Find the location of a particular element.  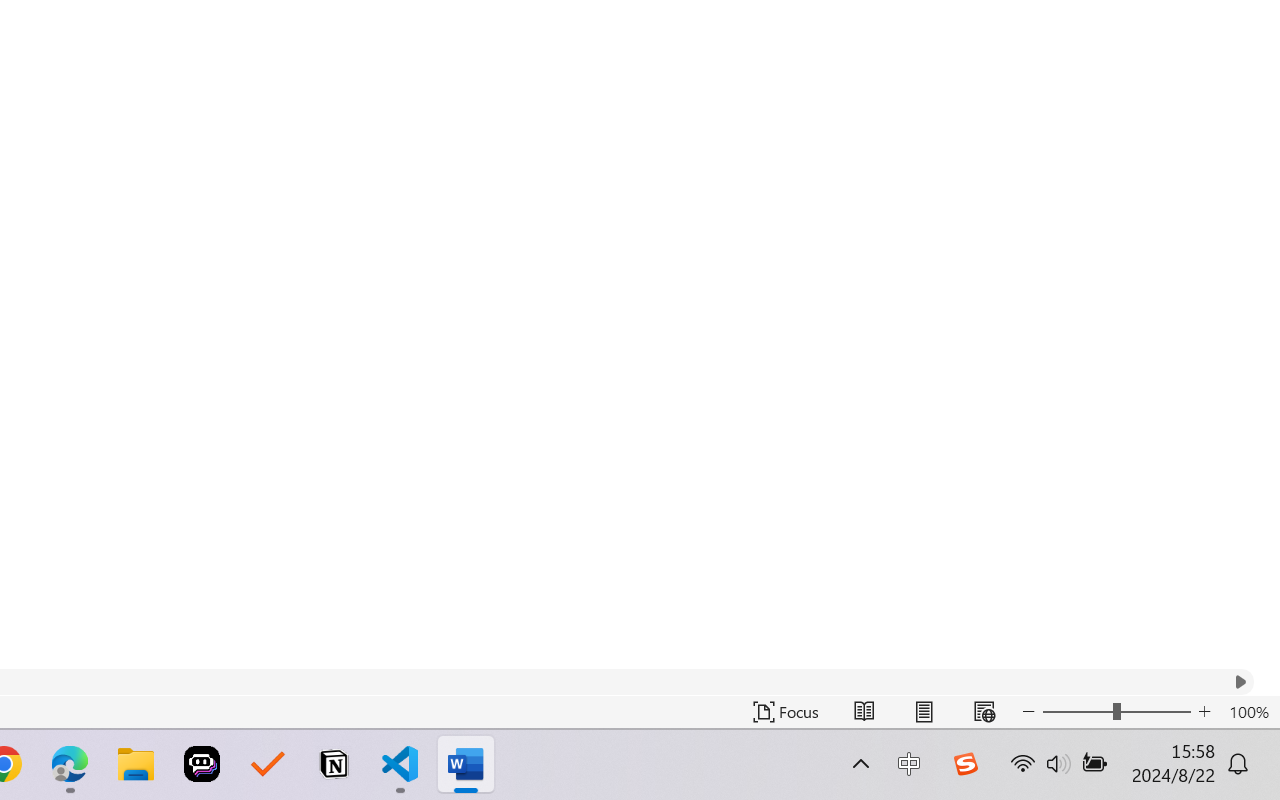

'Zoom 100%' is located at coordinates (1248, 711).